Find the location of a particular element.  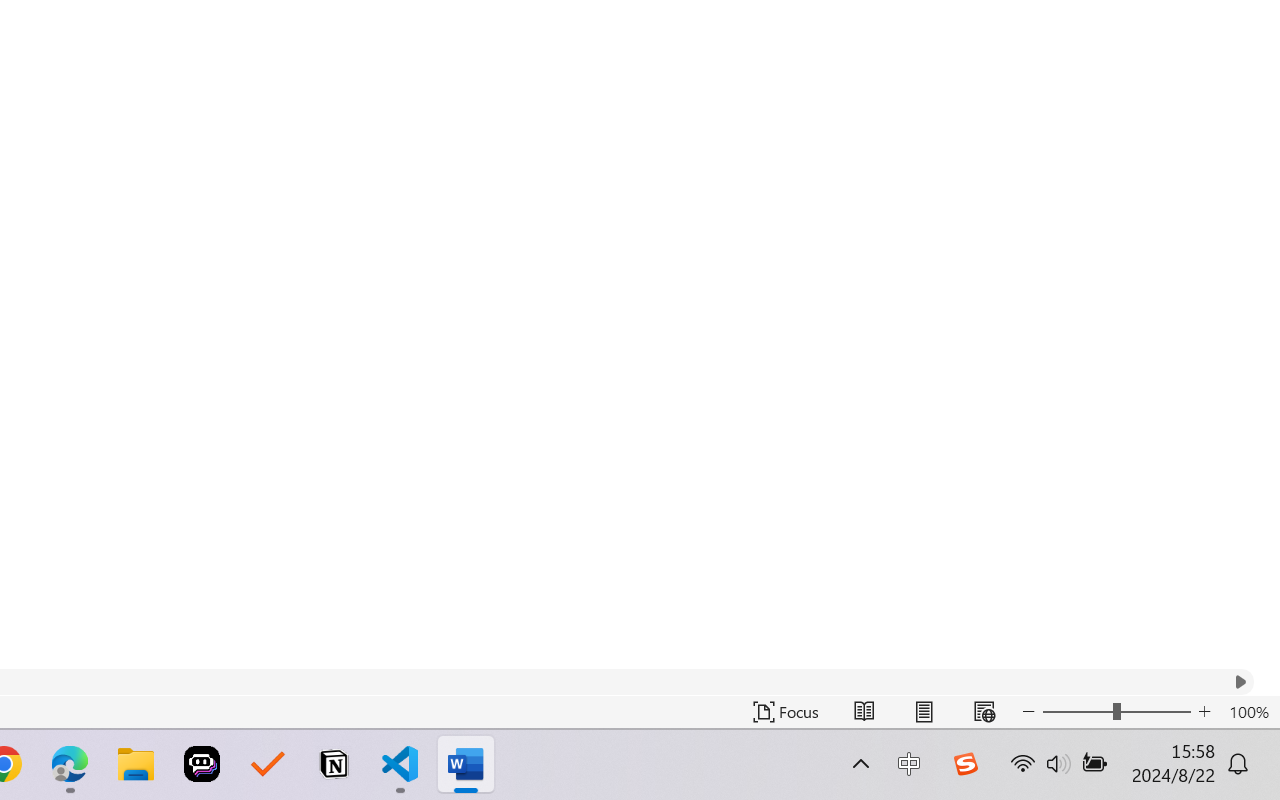

'Zoom 100%' is located at coordinates (1248, 711).